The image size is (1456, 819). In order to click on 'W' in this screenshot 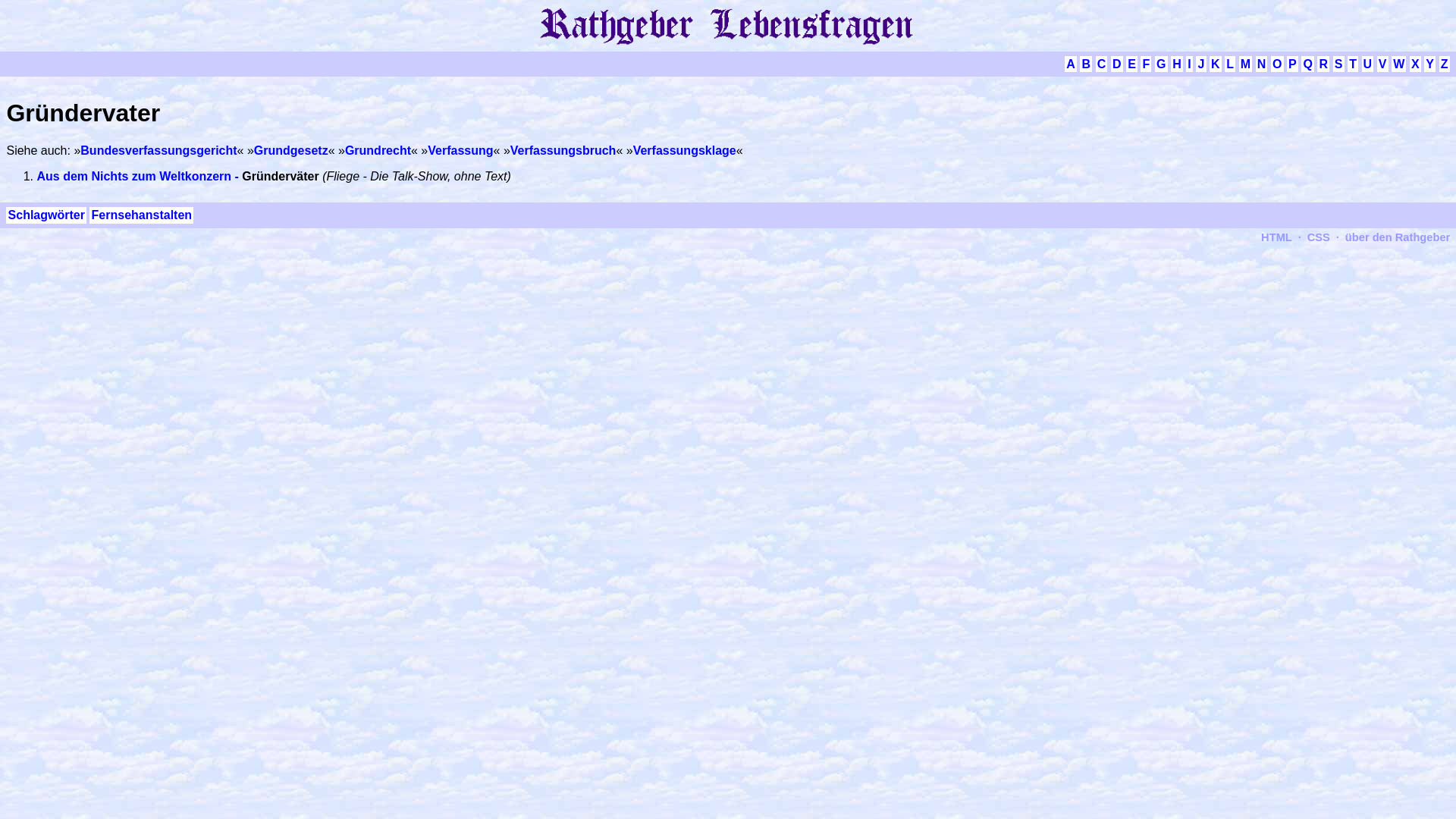, I will do `click(1398, 63)`.